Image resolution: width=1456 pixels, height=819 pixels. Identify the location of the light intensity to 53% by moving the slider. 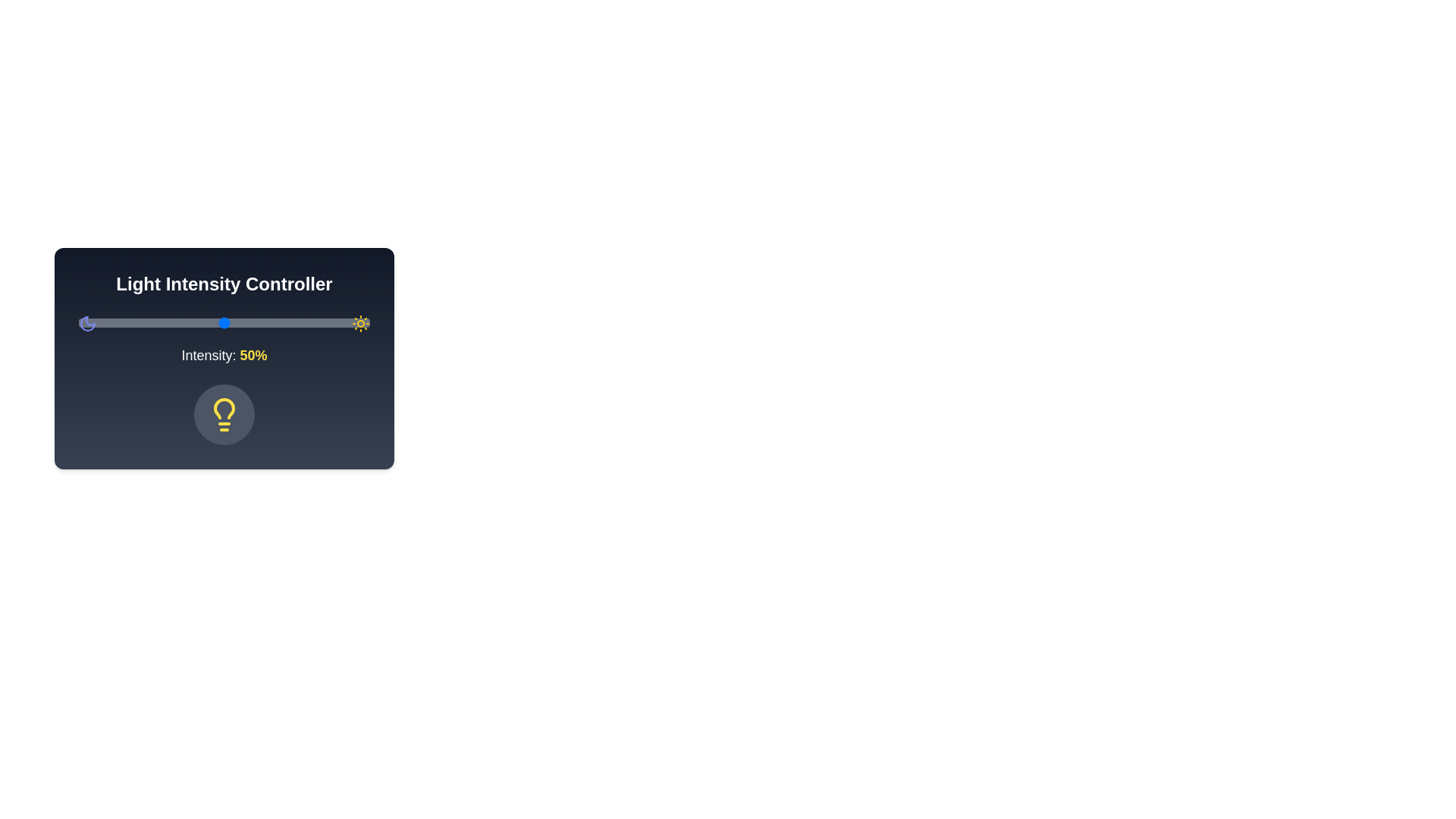
(232, 322).